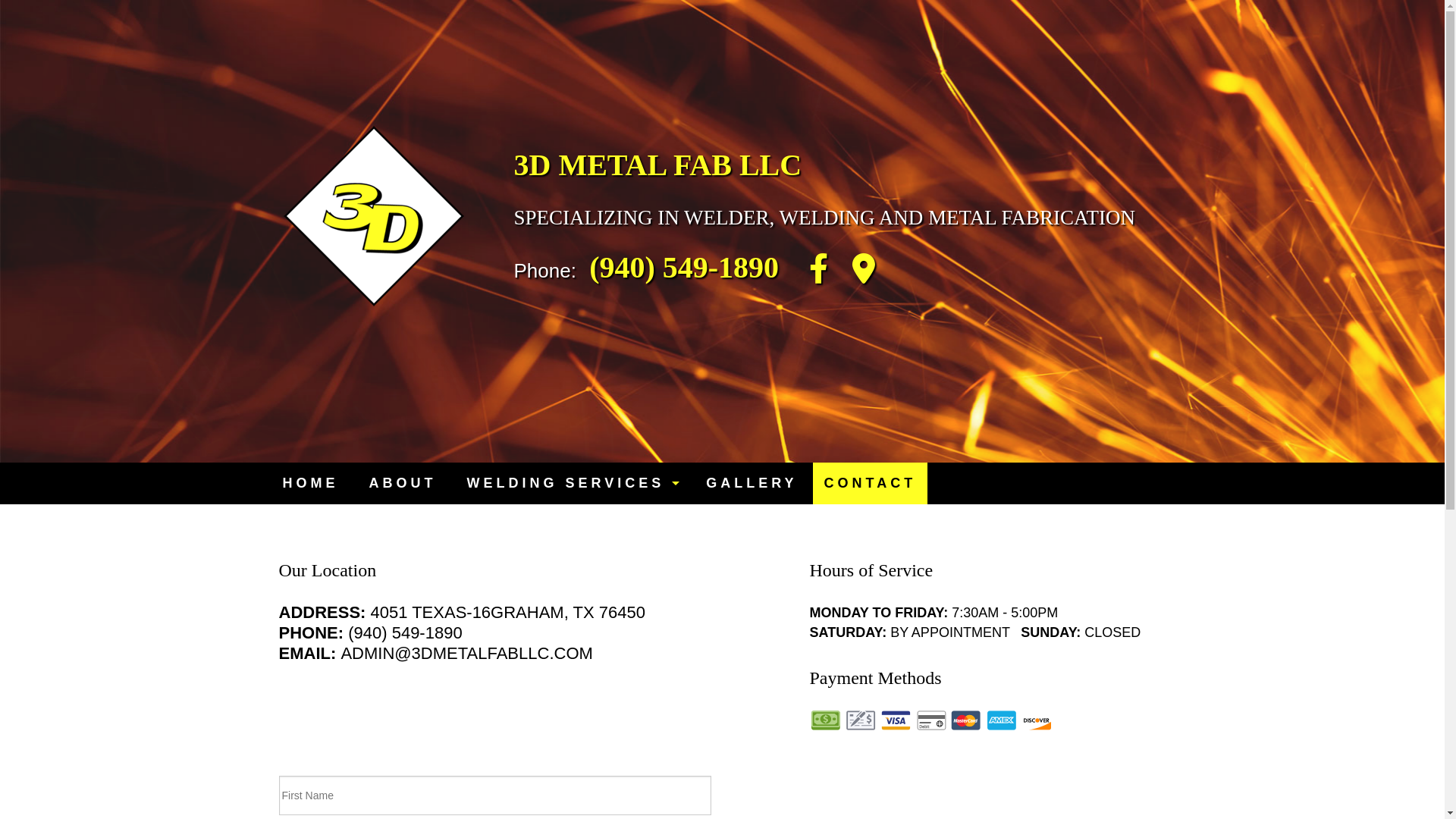  I want to click on 'Discover', so click(1036, 719).